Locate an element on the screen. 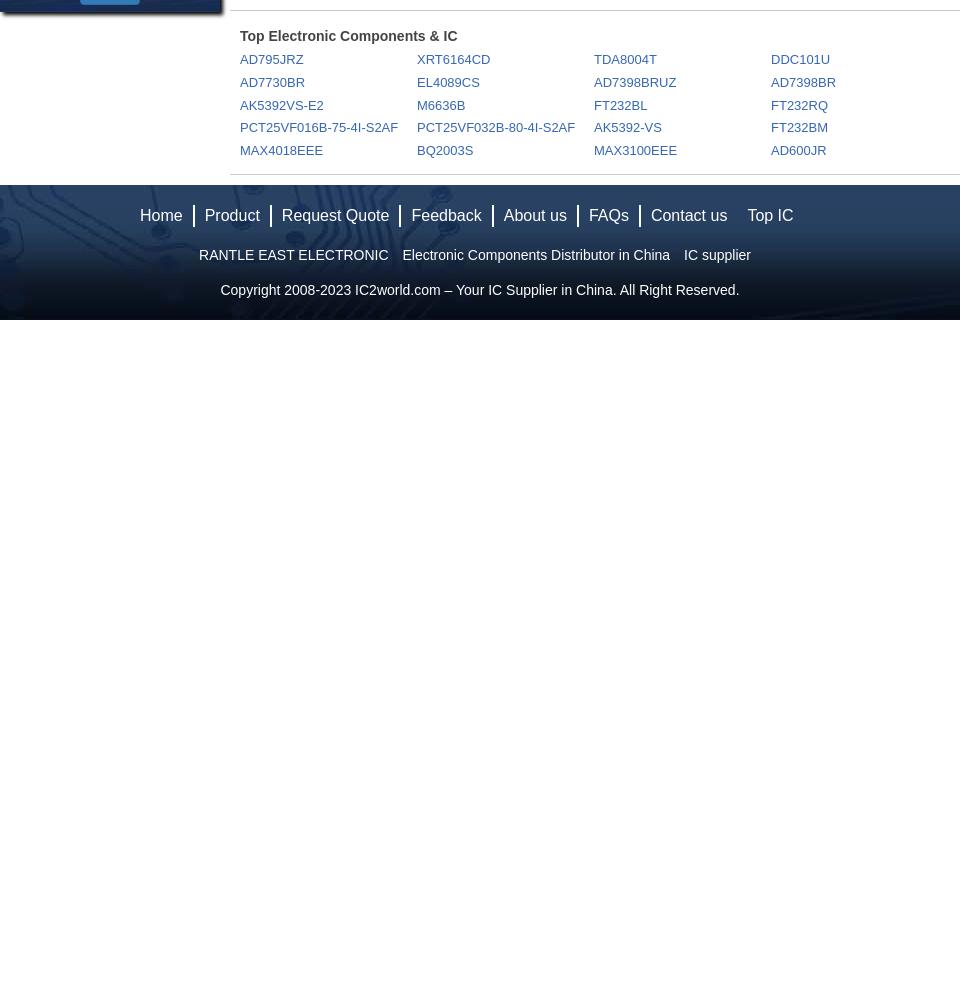 This screenshot has width=960, height=1000. 'Electronic Components Distributor in China' is located at coordinates (534, 255).